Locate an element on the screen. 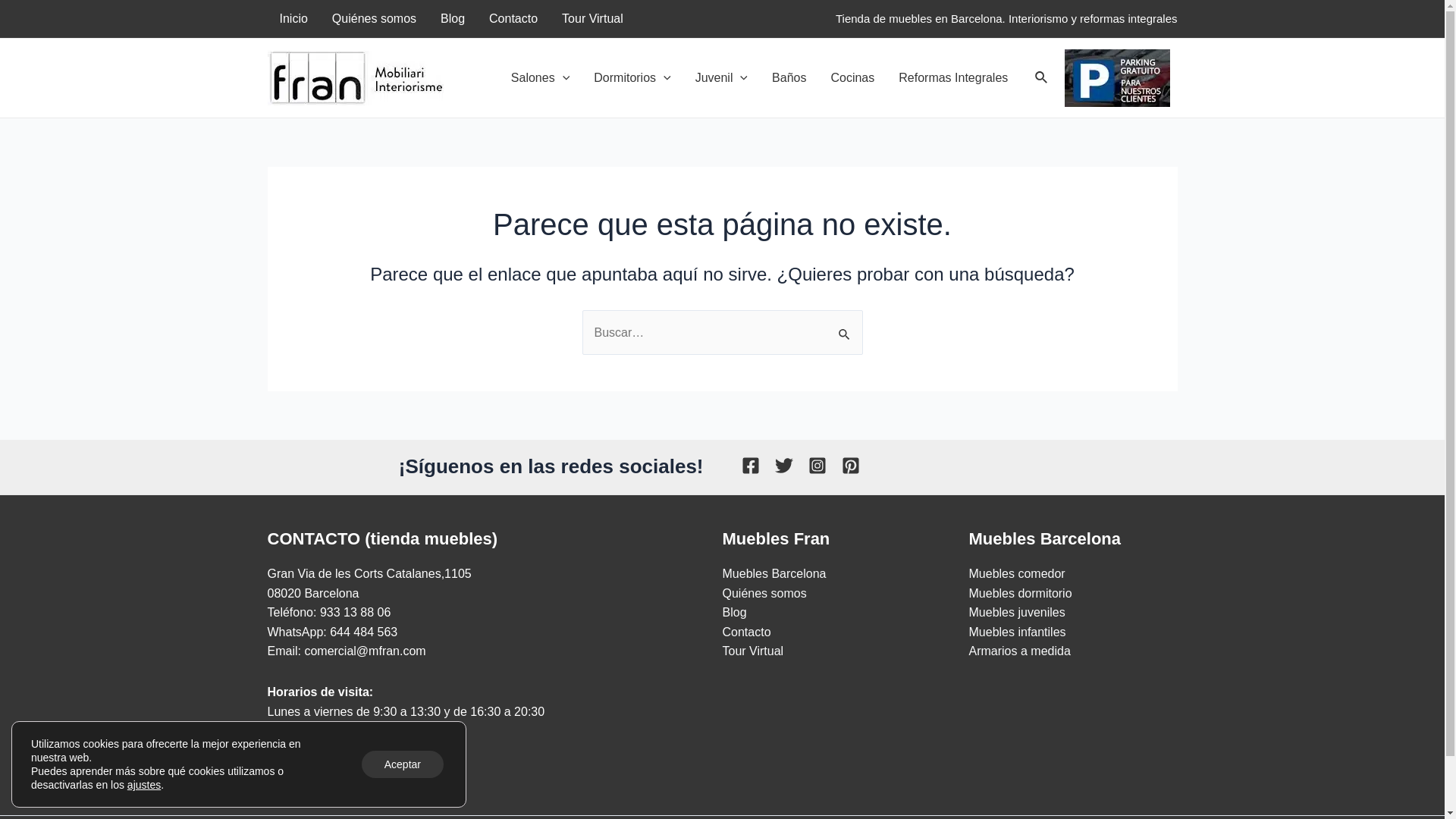  'Aceptar' is located at coordinates (403, 764).